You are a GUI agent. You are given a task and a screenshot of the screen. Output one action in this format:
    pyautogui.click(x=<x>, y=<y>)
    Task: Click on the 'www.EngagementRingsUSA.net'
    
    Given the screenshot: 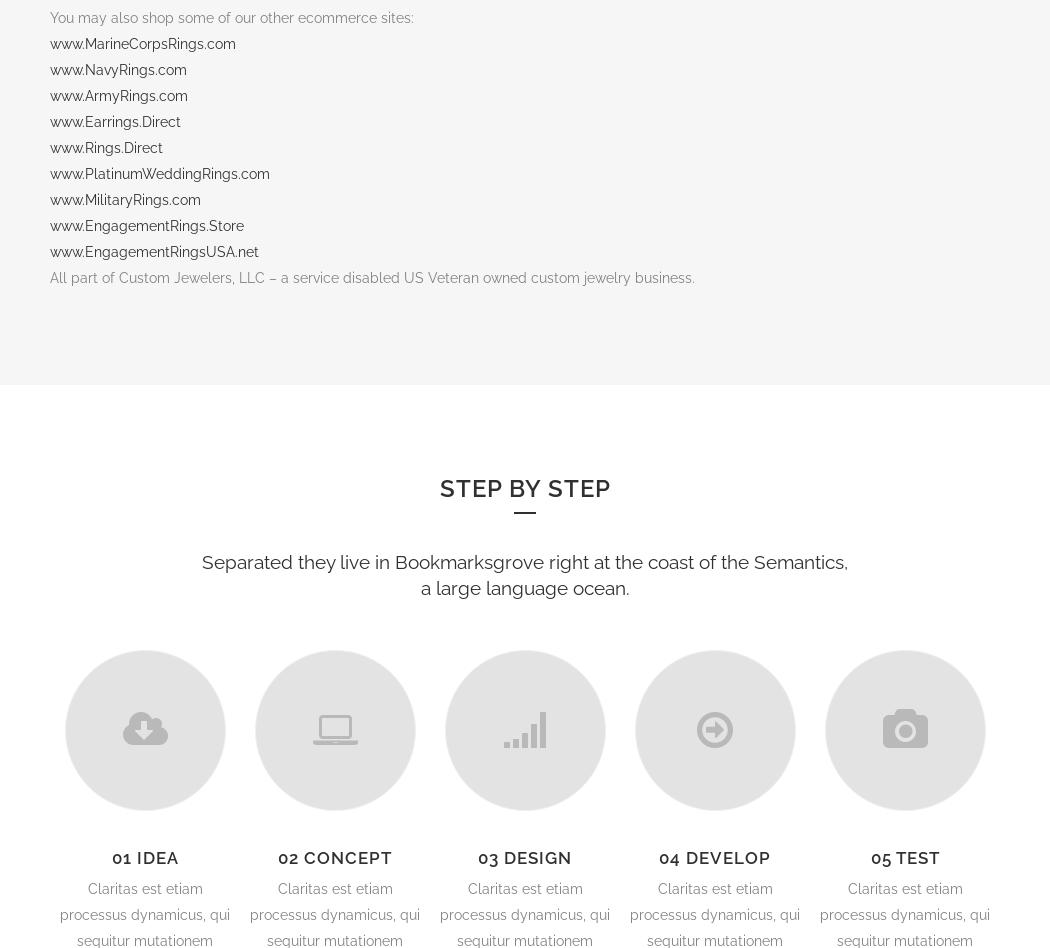 What is the action you would take?
    pyautogui.click(x=48, y=251)
    